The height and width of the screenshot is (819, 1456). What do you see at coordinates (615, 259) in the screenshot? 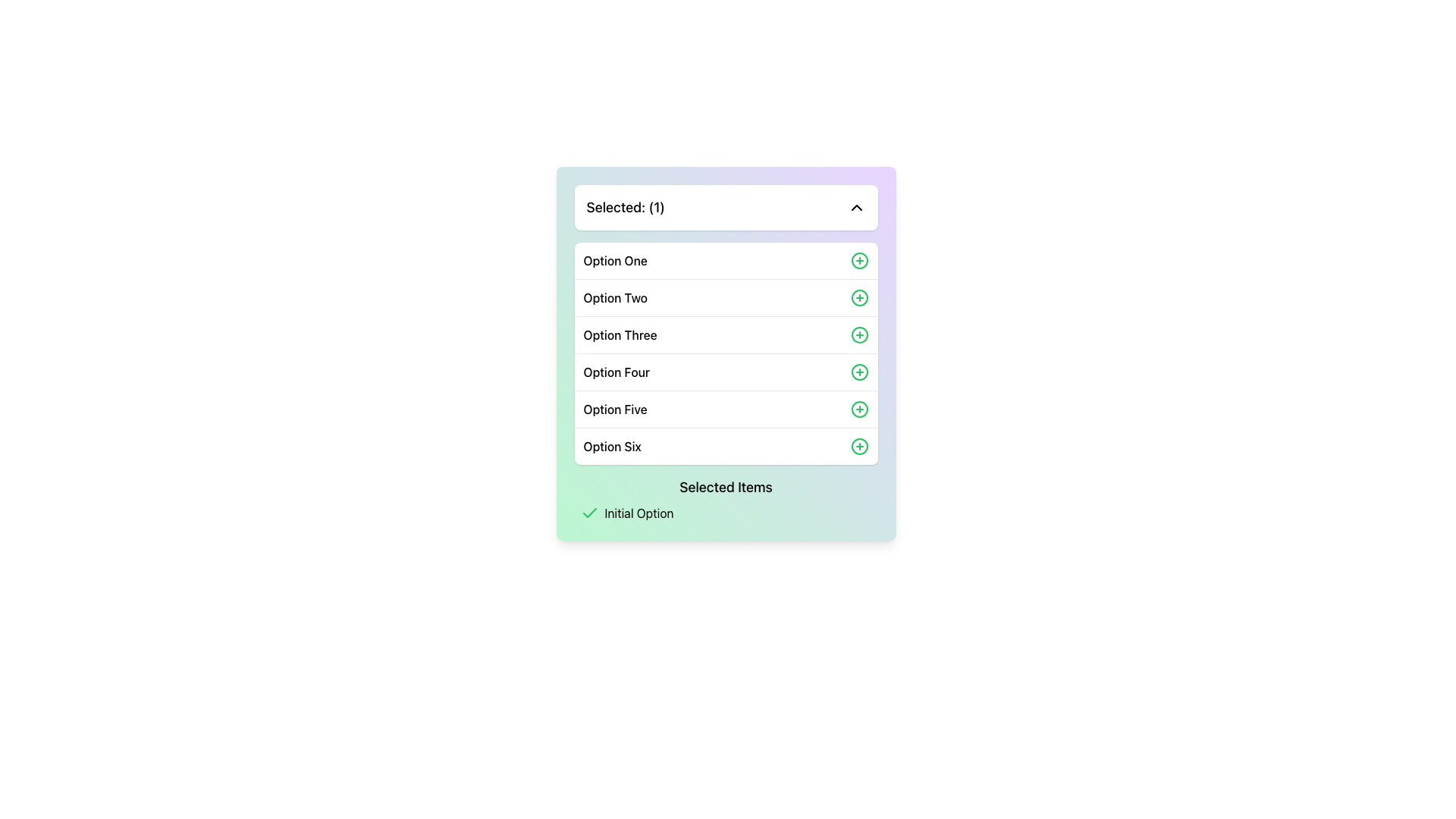
I see `the surrounding row of the dropdown menu` at bounding box center [615, 259].